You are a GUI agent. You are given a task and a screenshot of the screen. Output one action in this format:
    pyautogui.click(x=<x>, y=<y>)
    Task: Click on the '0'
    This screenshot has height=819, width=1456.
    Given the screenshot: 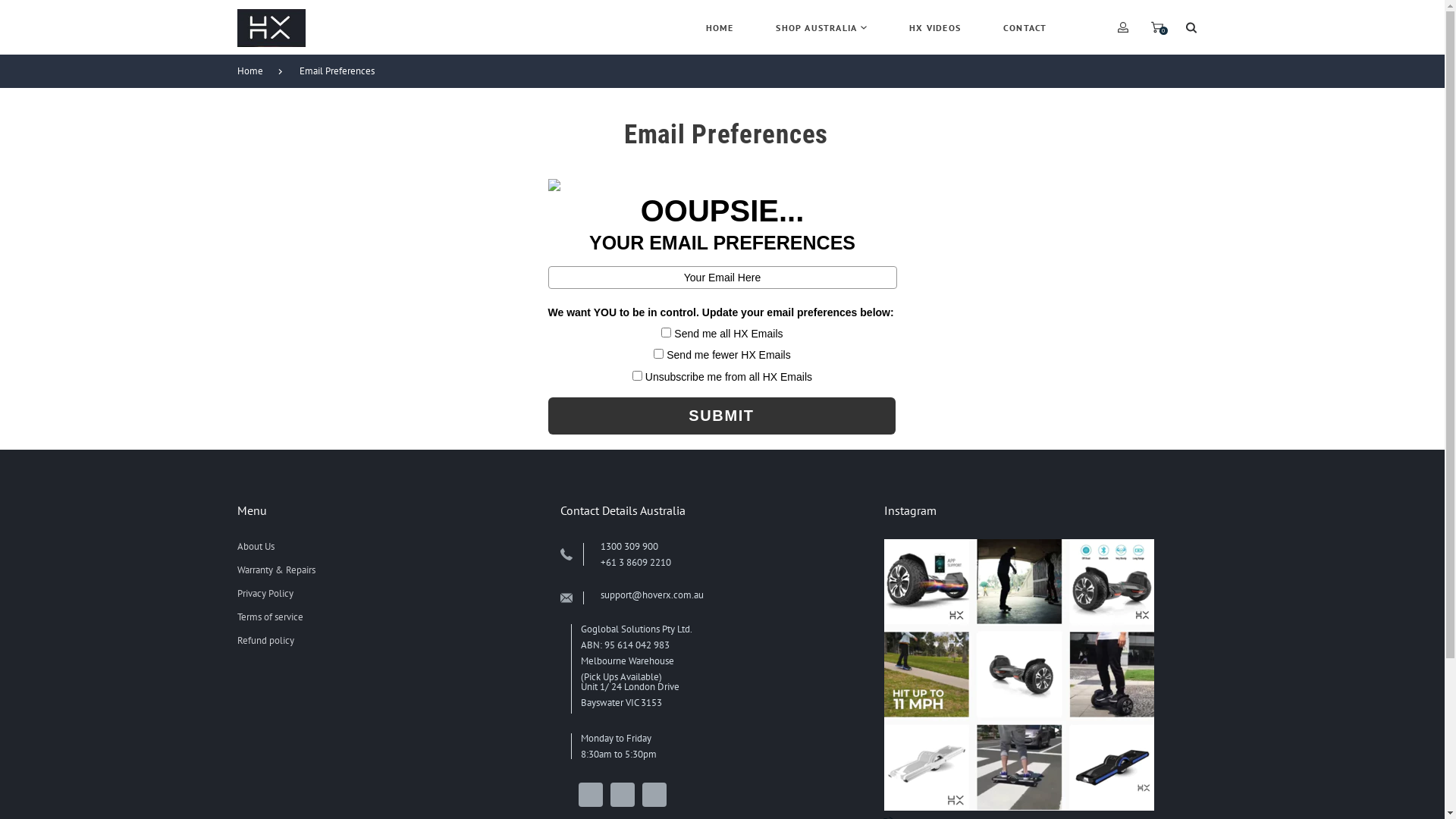 What is the action you would take?
    pyautogui.click(x=1156, y=27)
    